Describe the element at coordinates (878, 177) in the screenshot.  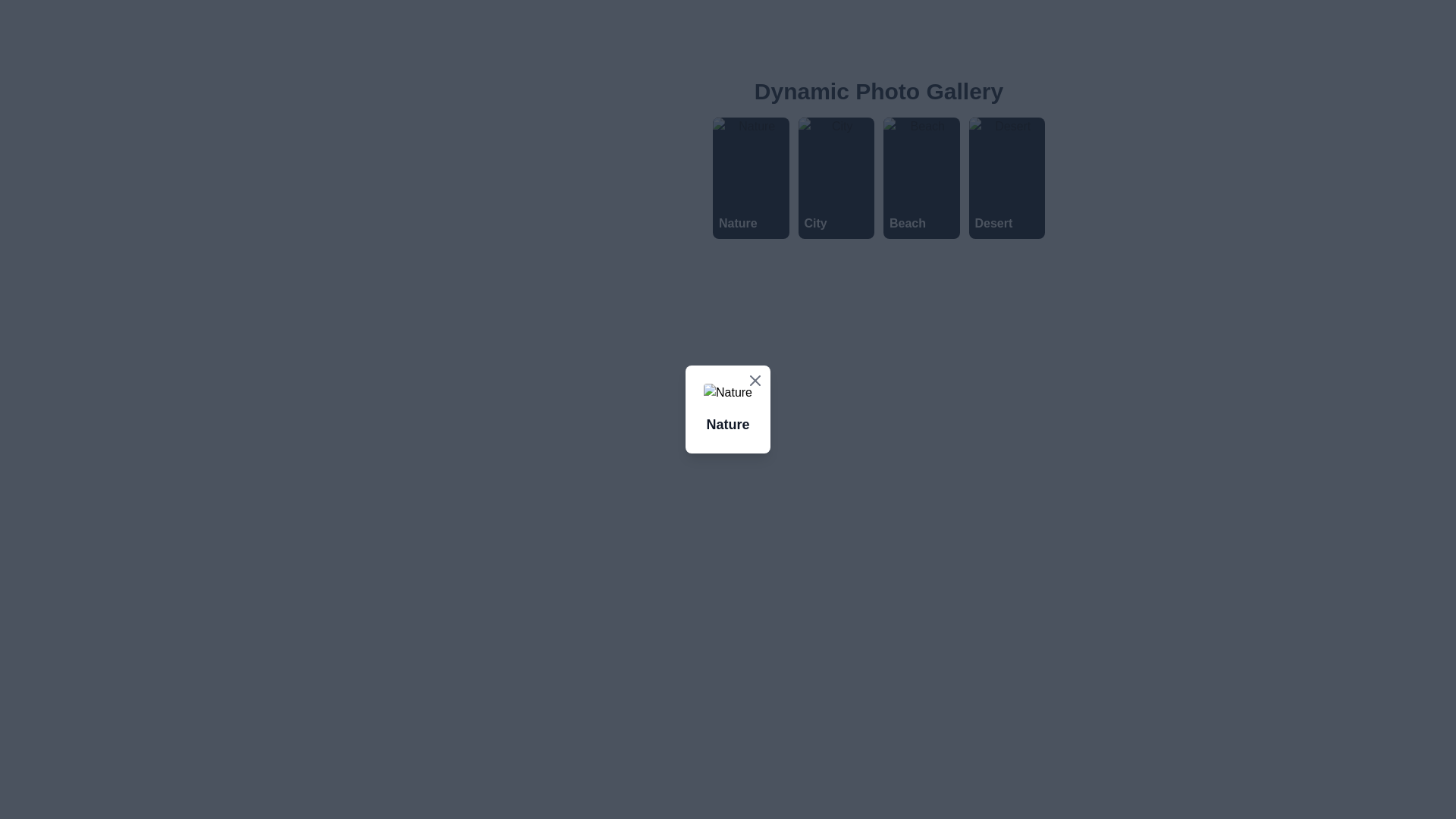
I see `the 'Beach' category details` at that location.